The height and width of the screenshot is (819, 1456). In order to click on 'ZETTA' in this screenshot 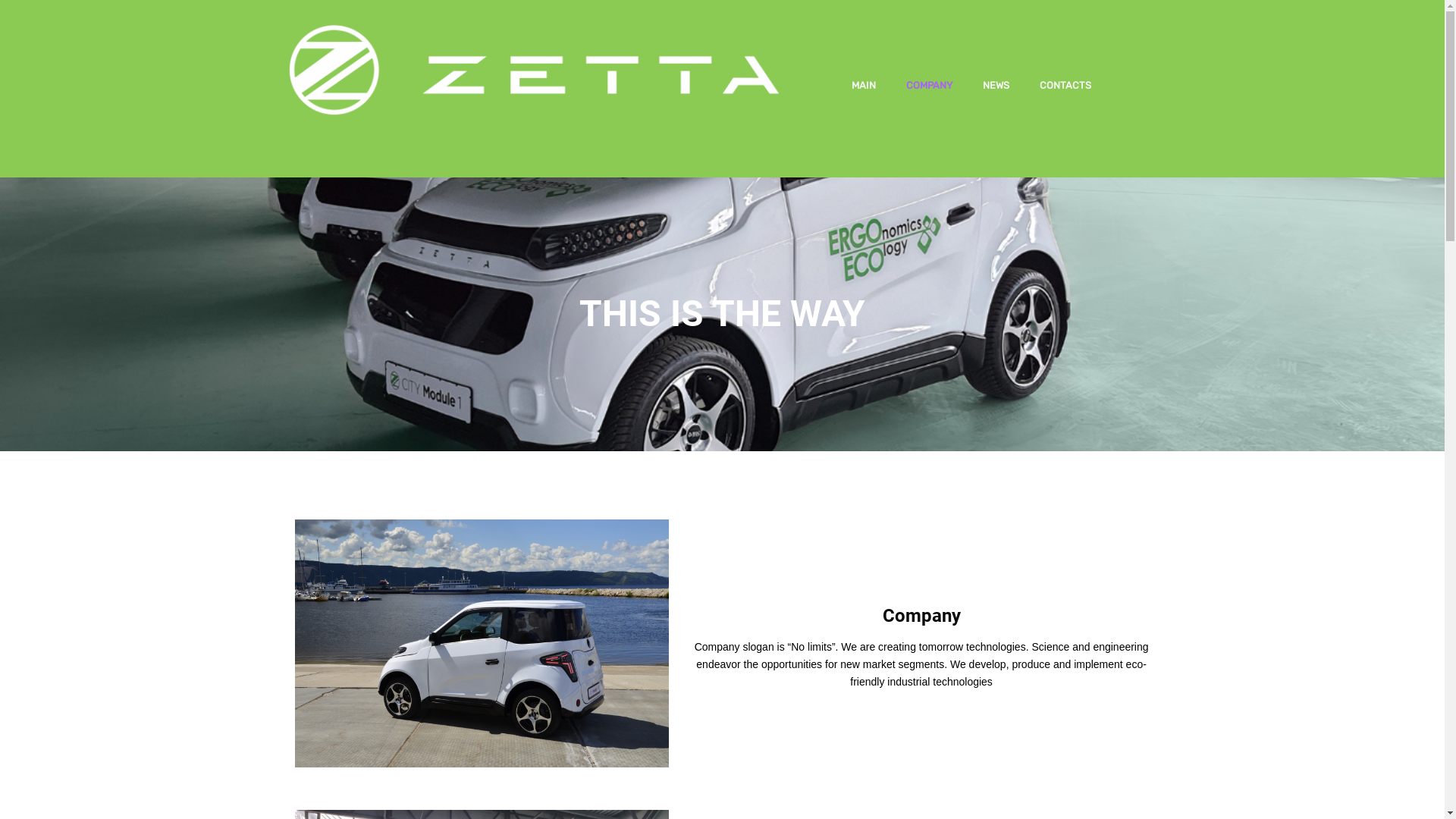, I will do `click(534, 87)`.